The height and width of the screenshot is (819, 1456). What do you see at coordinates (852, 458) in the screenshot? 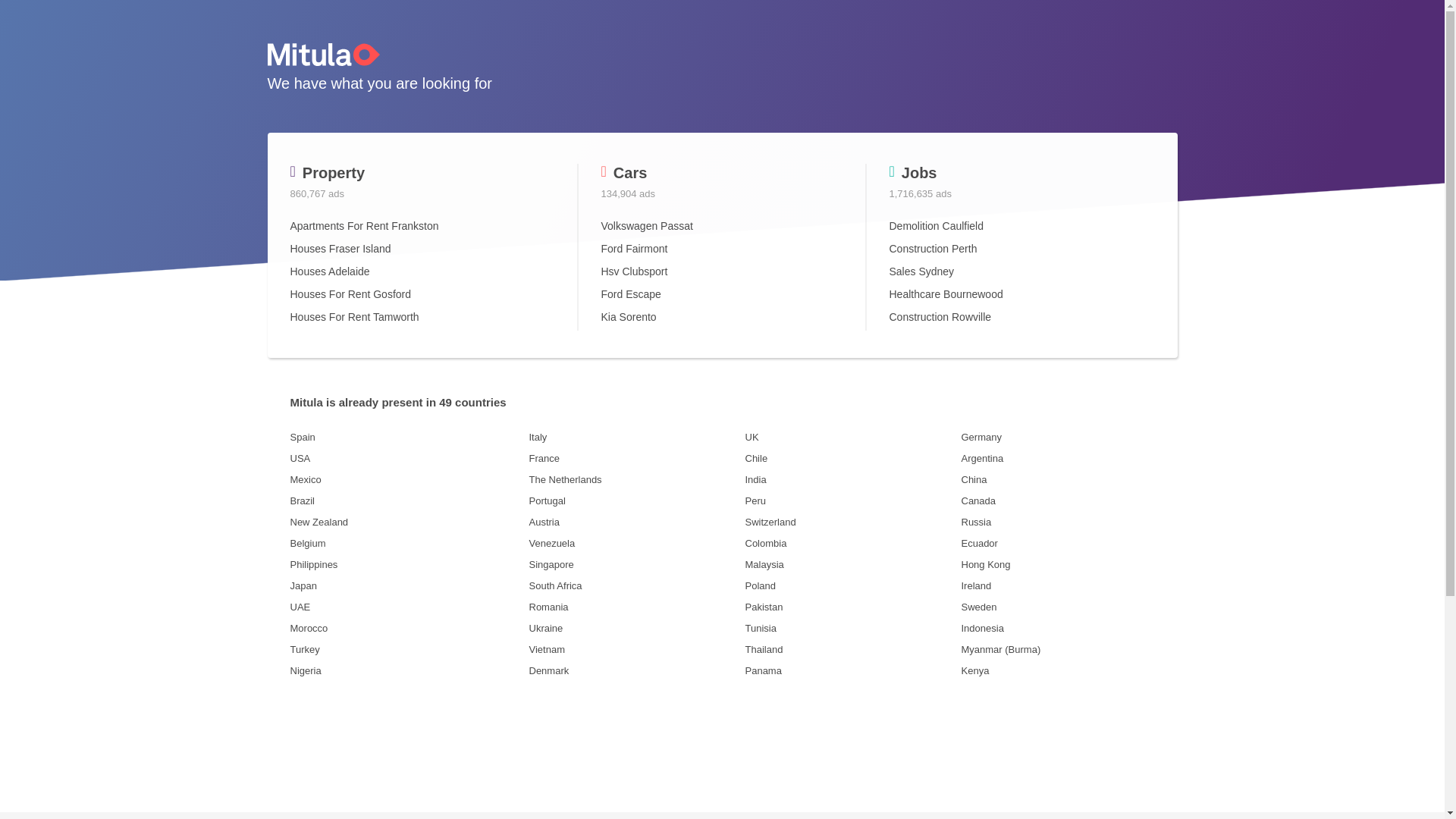
I see `'Chile'` at bounding box center [852, 458].